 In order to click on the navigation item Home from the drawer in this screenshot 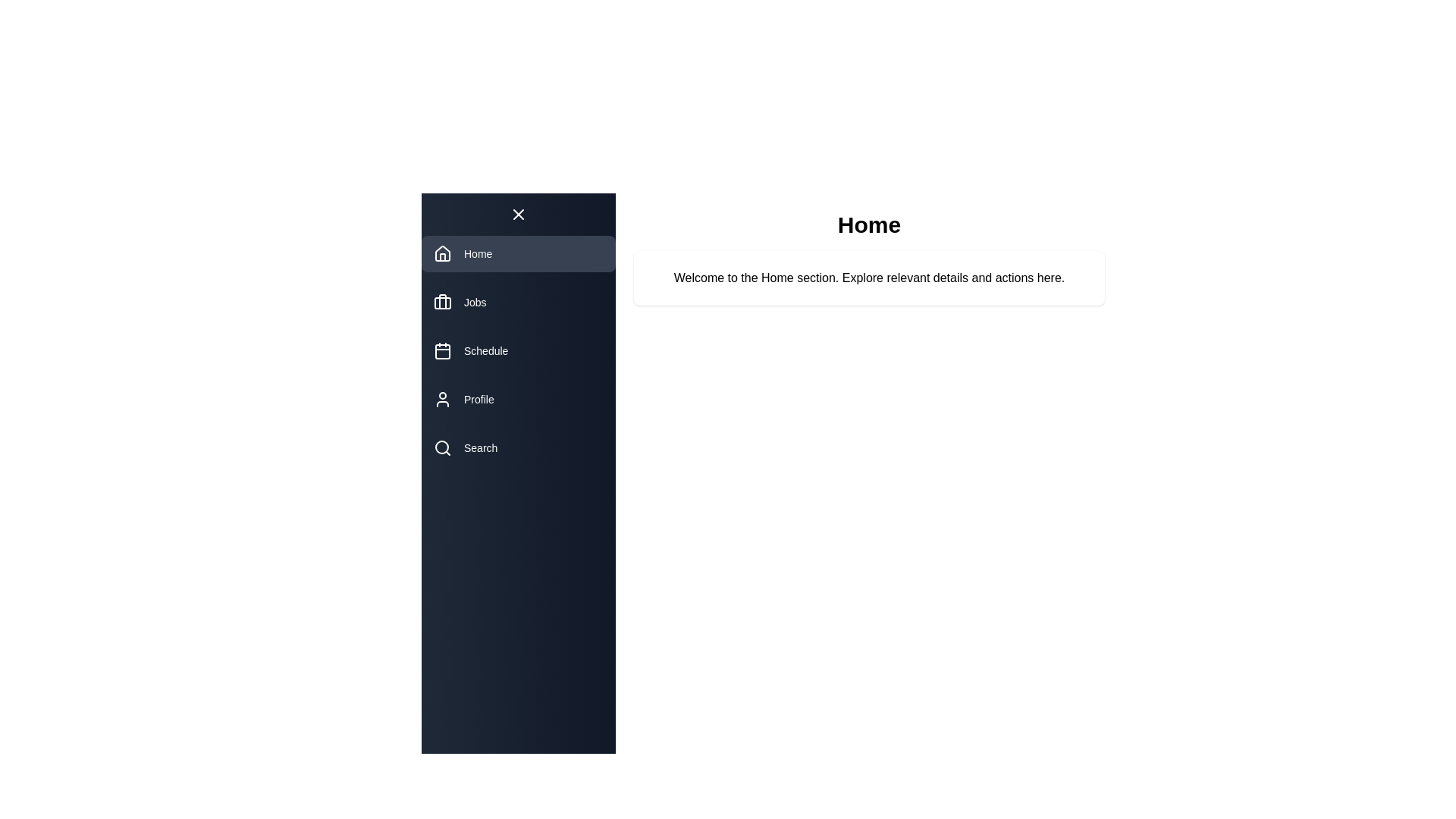, I will do `click(519, 253)`.